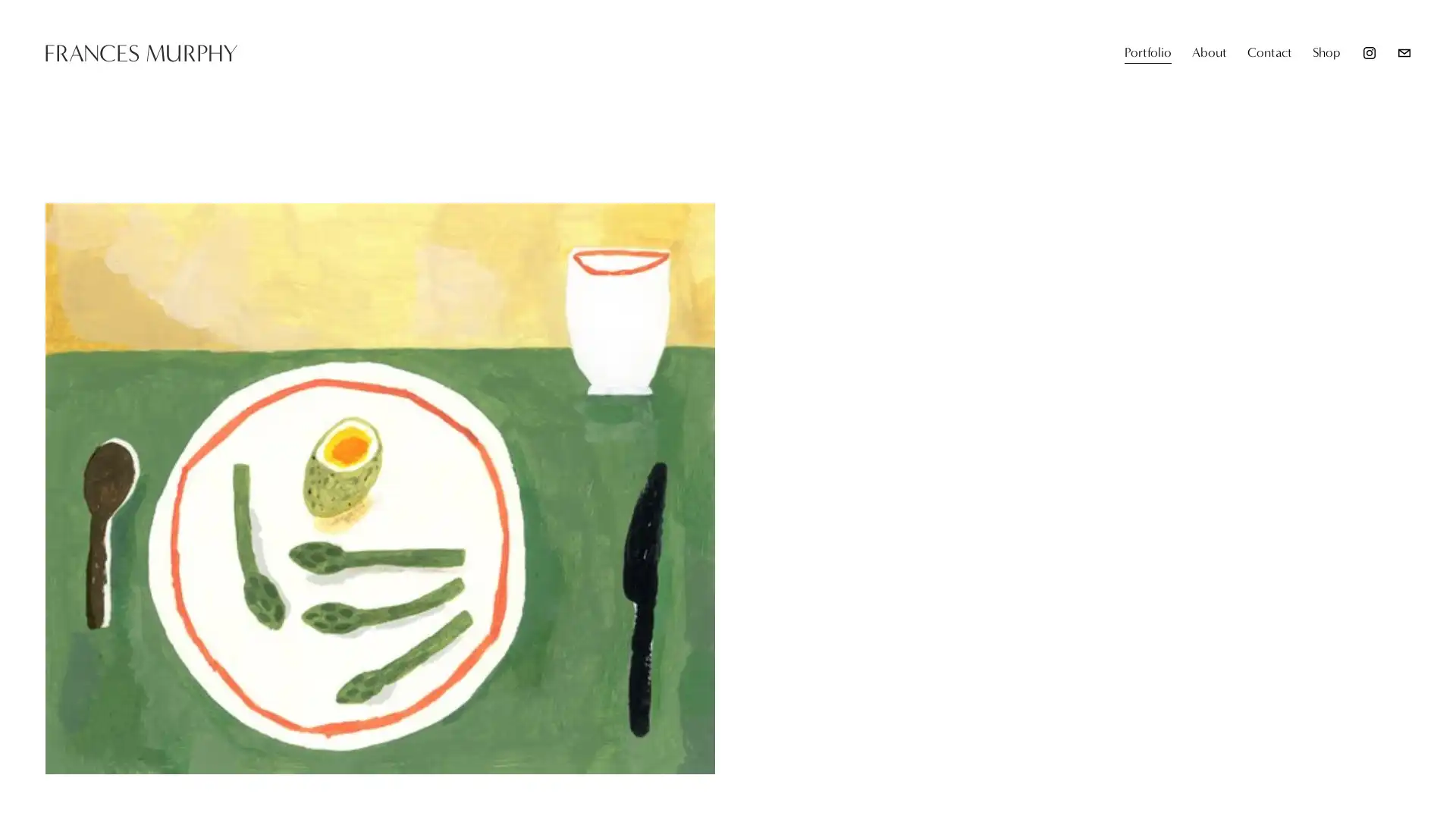 This screenshot has width=1456, height=819. What do you see at coordinates (380, 488) in the screenshot?
I see `View fullsize` at bounding box center [380, 488].